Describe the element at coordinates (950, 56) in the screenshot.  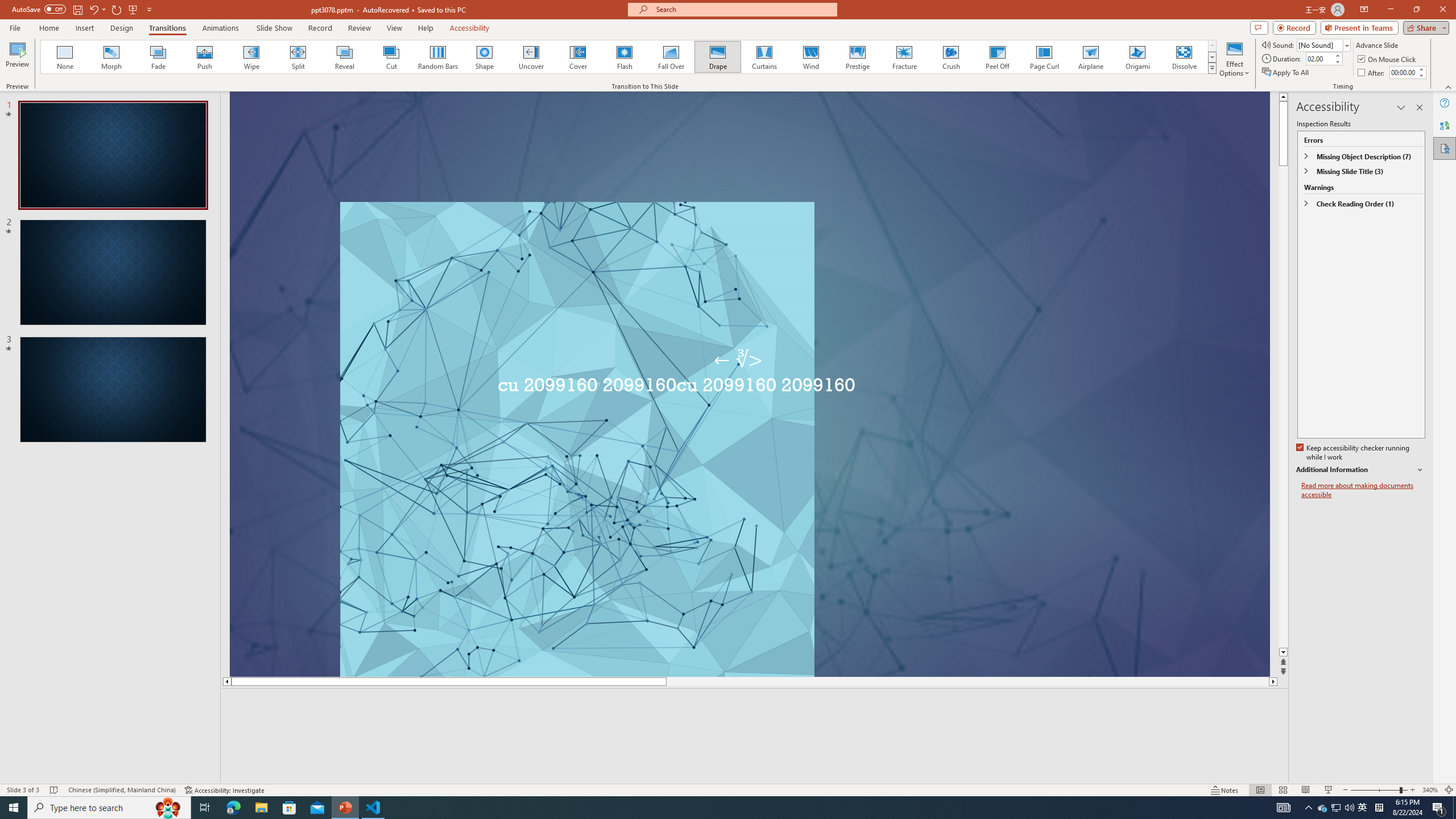
I see `'Crush'` at that location.